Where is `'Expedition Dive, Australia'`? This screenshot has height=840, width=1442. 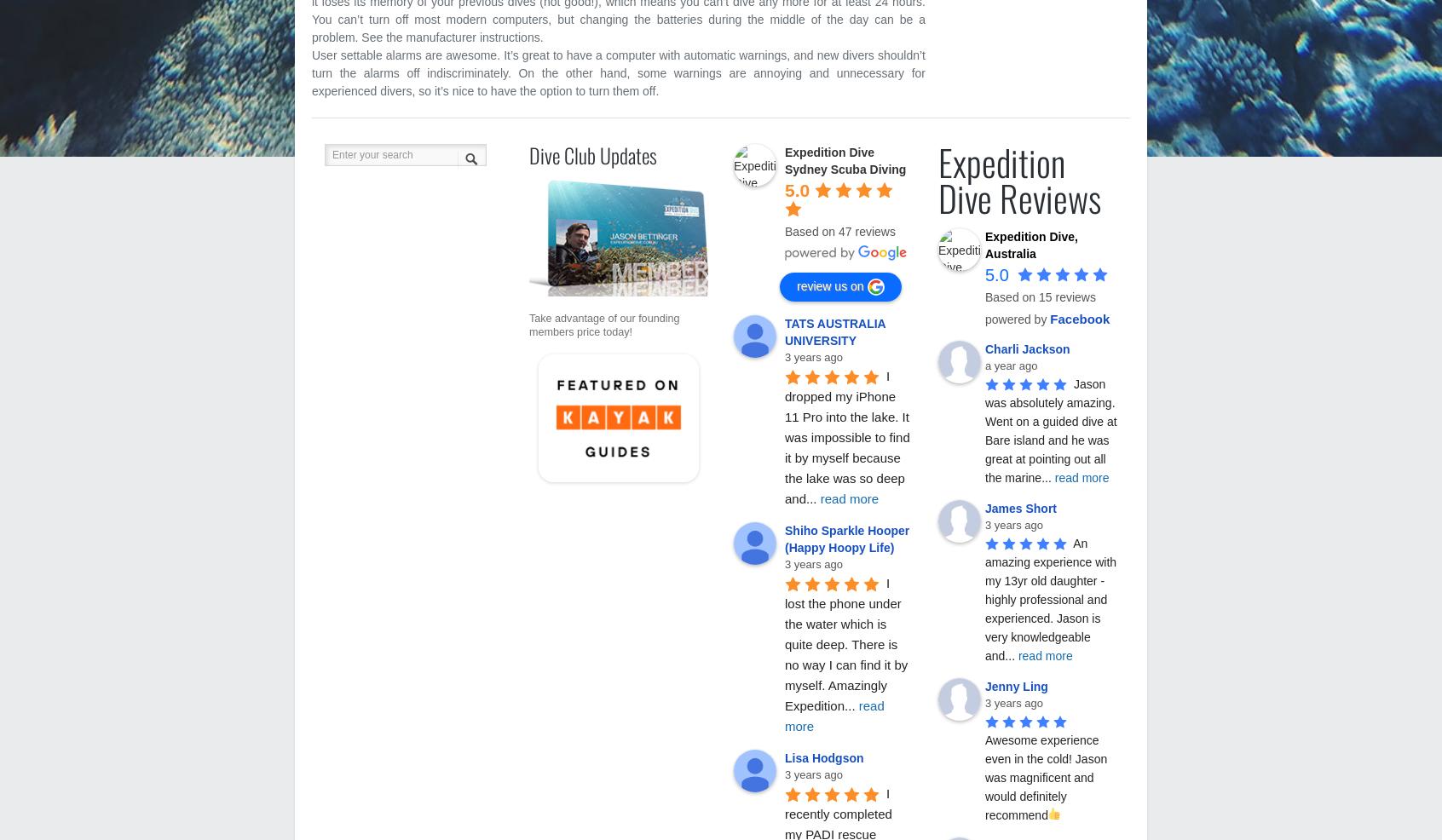
'Expedition Dive, Australia' is located at coordinates (983, 245).